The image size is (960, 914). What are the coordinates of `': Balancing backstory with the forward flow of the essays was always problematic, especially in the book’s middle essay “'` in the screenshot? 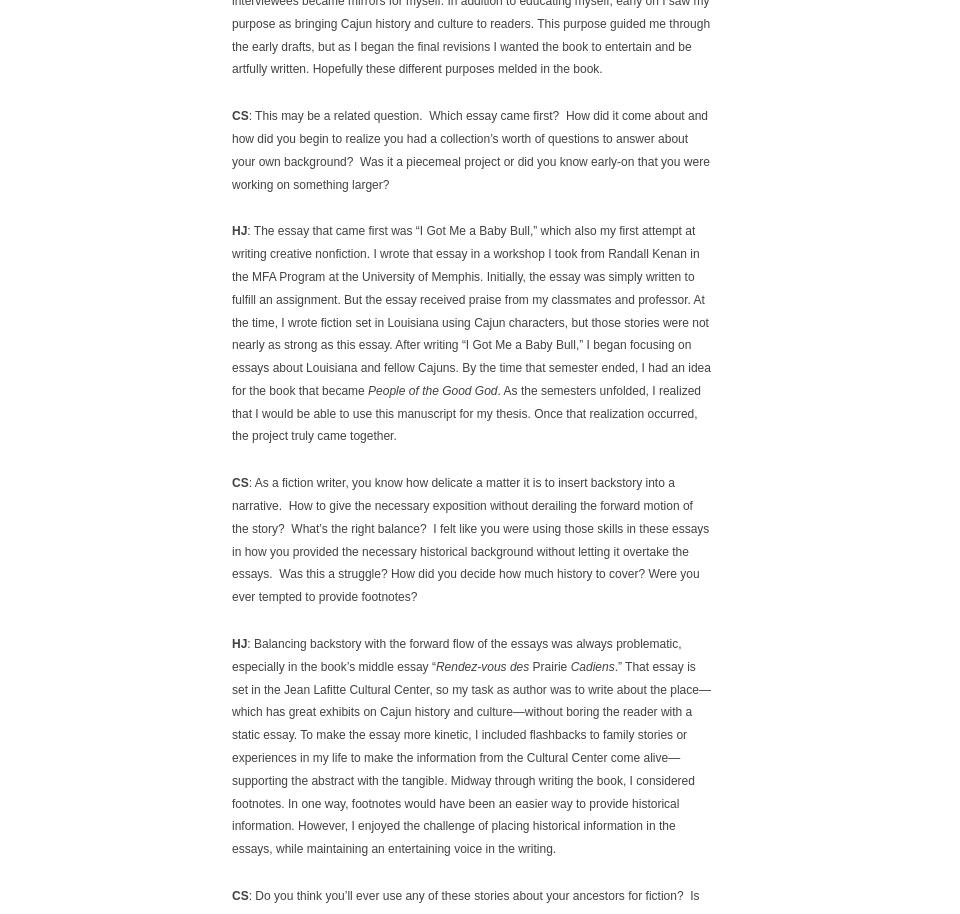 It's located at (232, 654).